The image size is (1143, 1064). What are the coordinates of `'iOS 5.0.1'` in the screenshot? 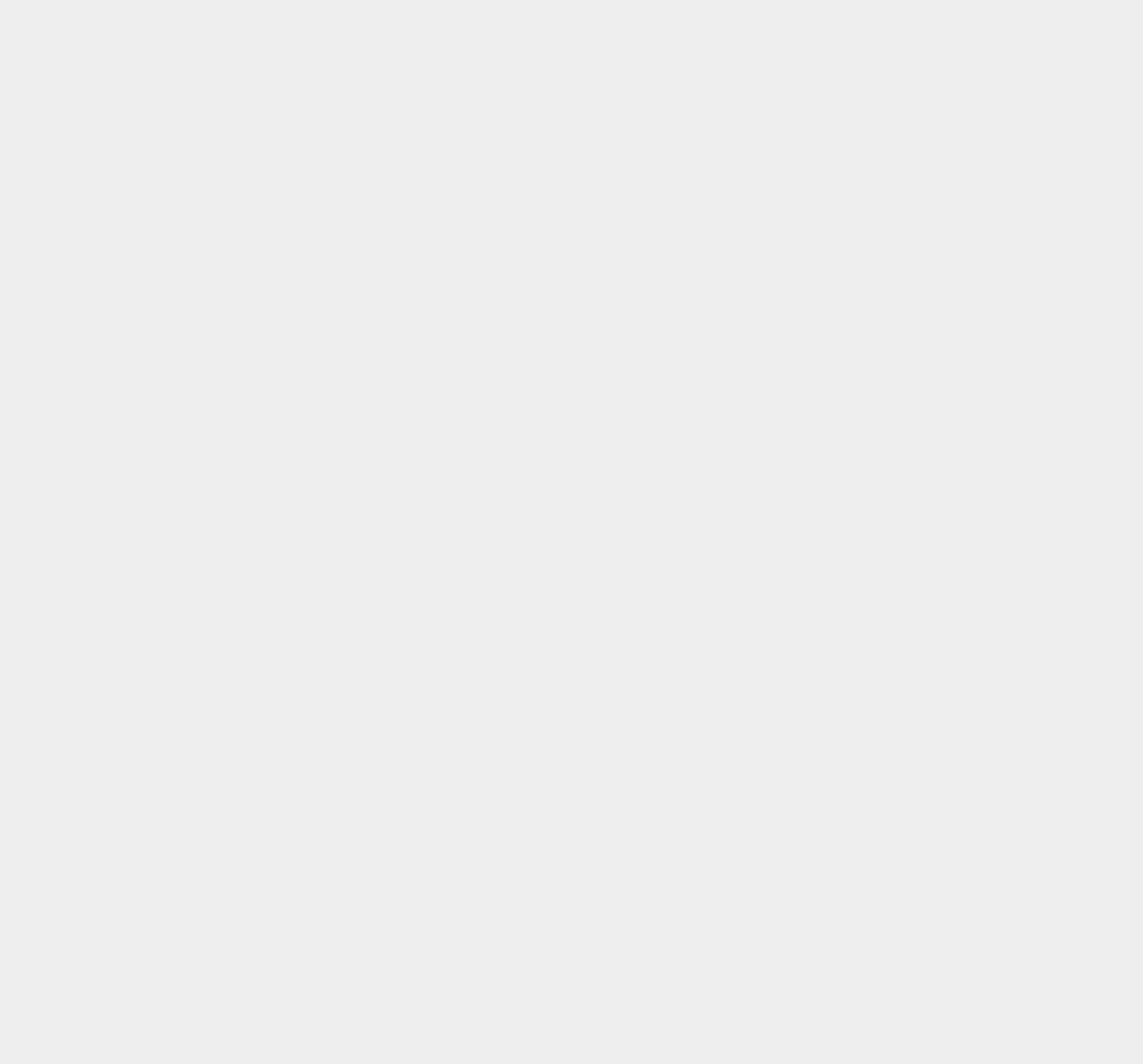 It's located at (834, 832).